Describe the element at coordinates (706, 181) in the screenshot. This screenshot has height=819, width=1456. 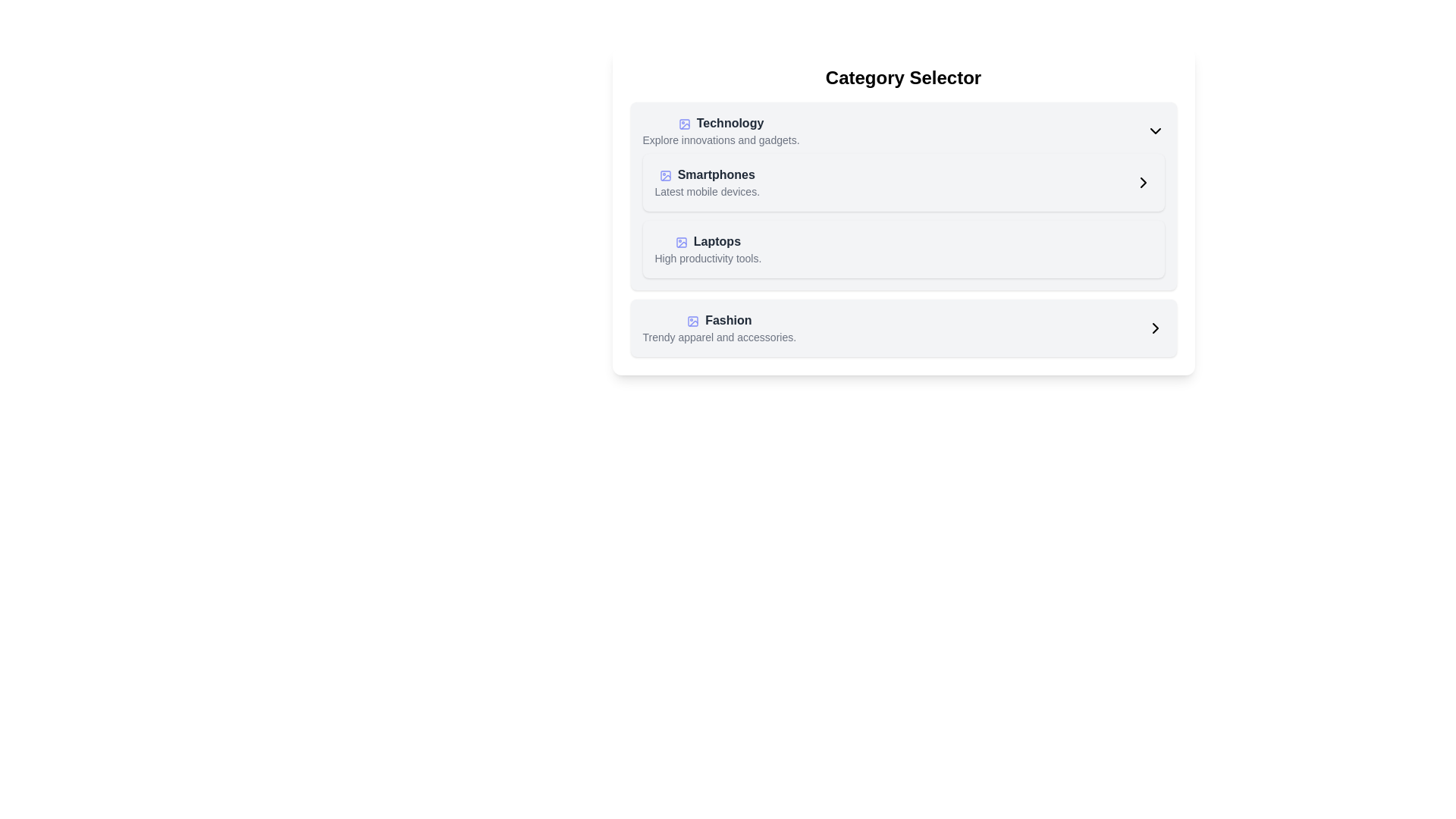
I see `the 'Smartphones' category selector item located beneath the 'Technology' heading` at that location.